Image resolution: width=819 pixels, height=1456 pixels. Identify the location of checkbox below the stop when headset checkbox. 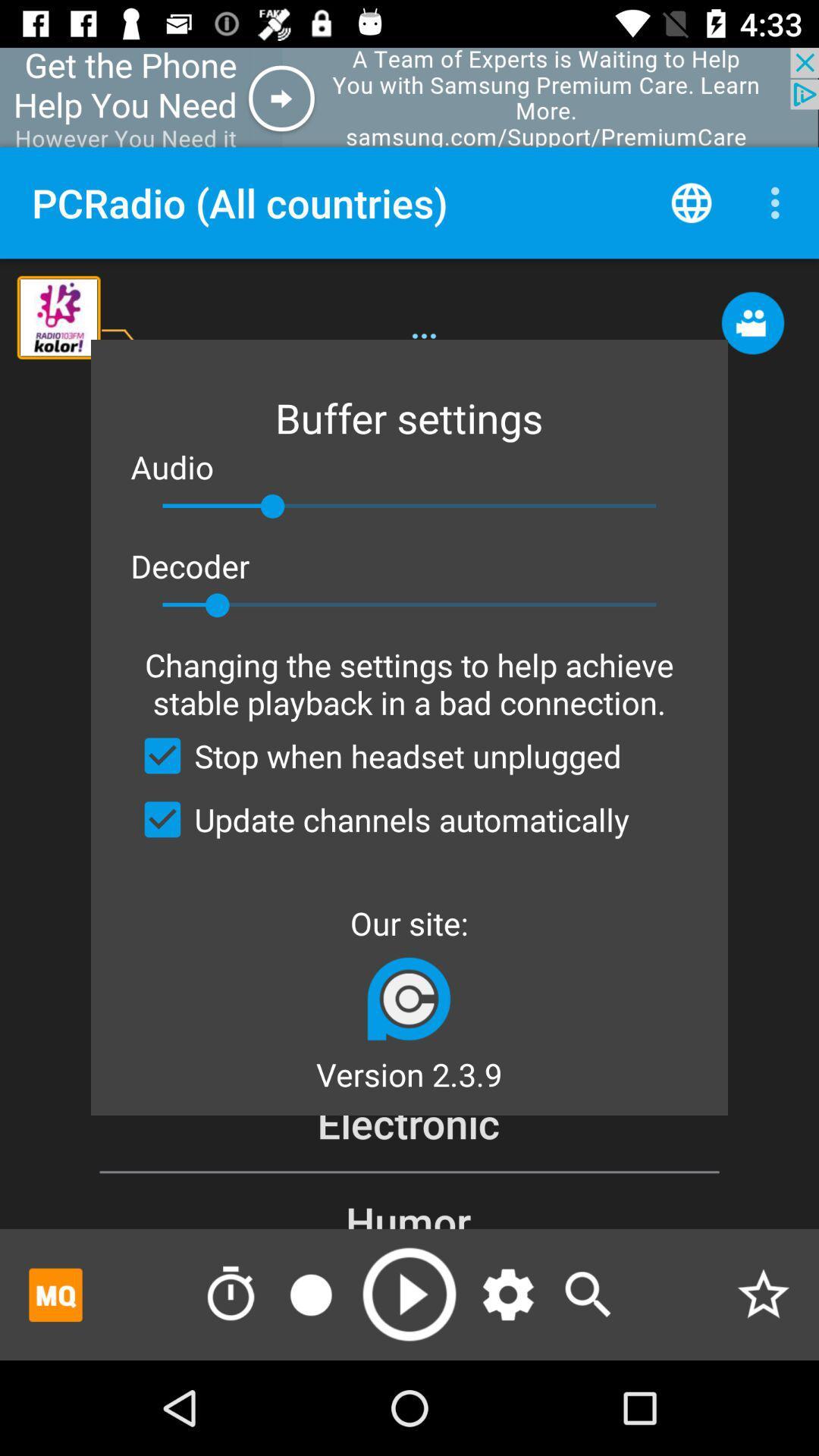
(379, 818).